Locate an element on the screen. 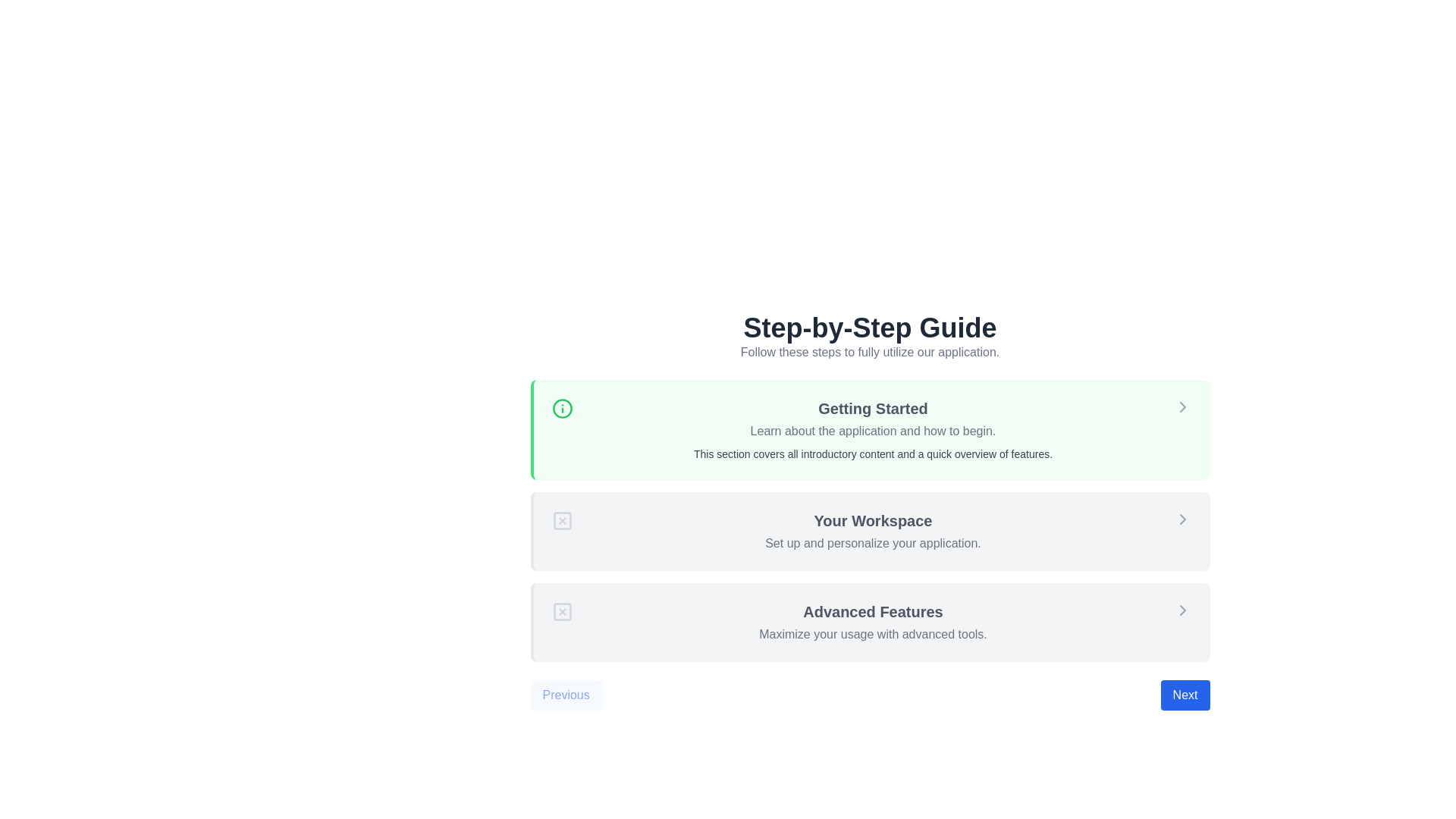 The height and width of the screenshot is (819, 1456). text label titled 'Advanced Features' that provides information about this section, which is located in the third section of a vertically stacked list of items is located at coordinates (873, 623).